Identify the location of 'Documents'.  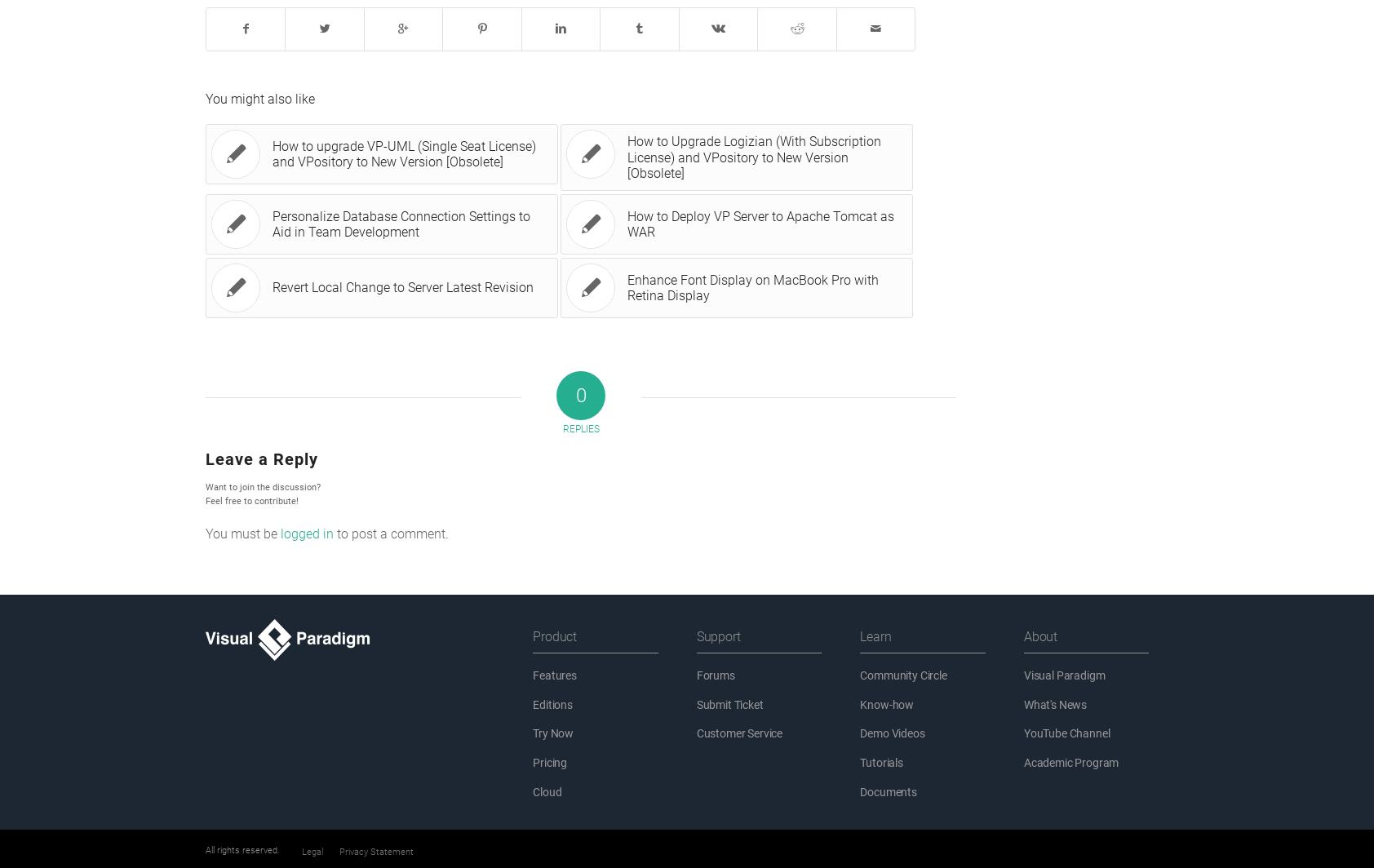
(888, 792).